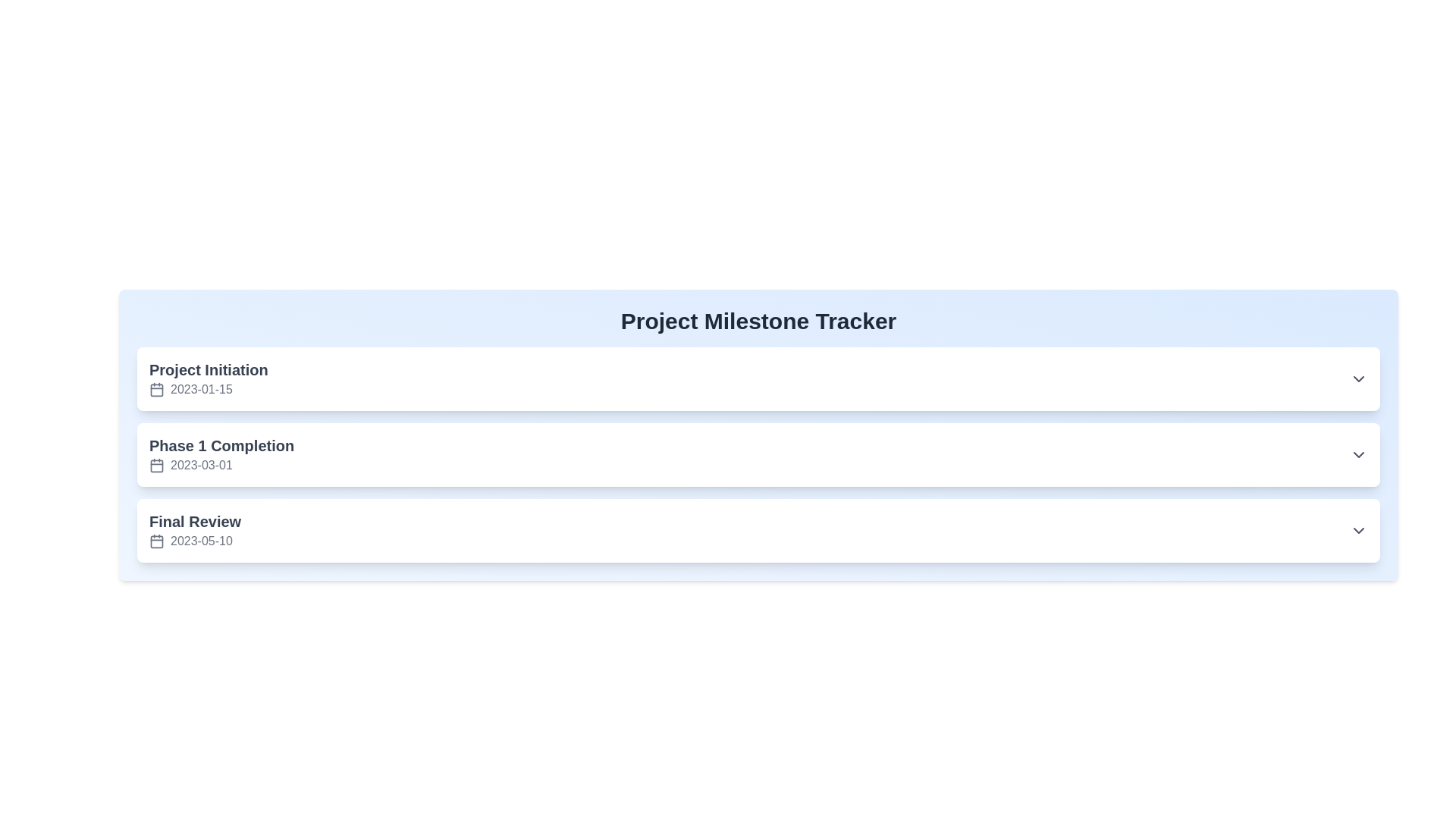 The height and width of the screenshot is (819, 1456). What do you see at coordinates (221, 444) in the screenshot?
I see `the text label 'Phase 1 Completion' which is styled with a bold font weight and dark gray color, indicating a significant milestone in the interface` at bounding box center [221, 444].